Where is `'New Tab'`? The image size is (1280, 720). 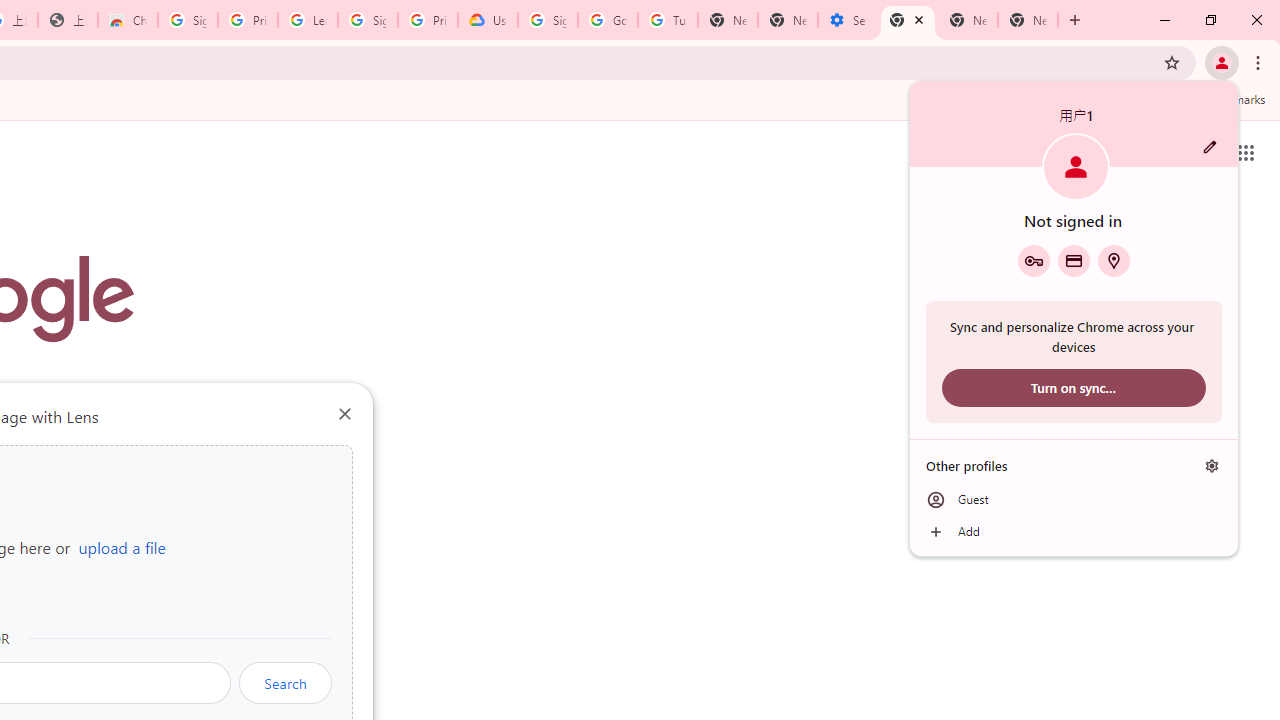 'New Tab' is located at coordinates (907, 20).